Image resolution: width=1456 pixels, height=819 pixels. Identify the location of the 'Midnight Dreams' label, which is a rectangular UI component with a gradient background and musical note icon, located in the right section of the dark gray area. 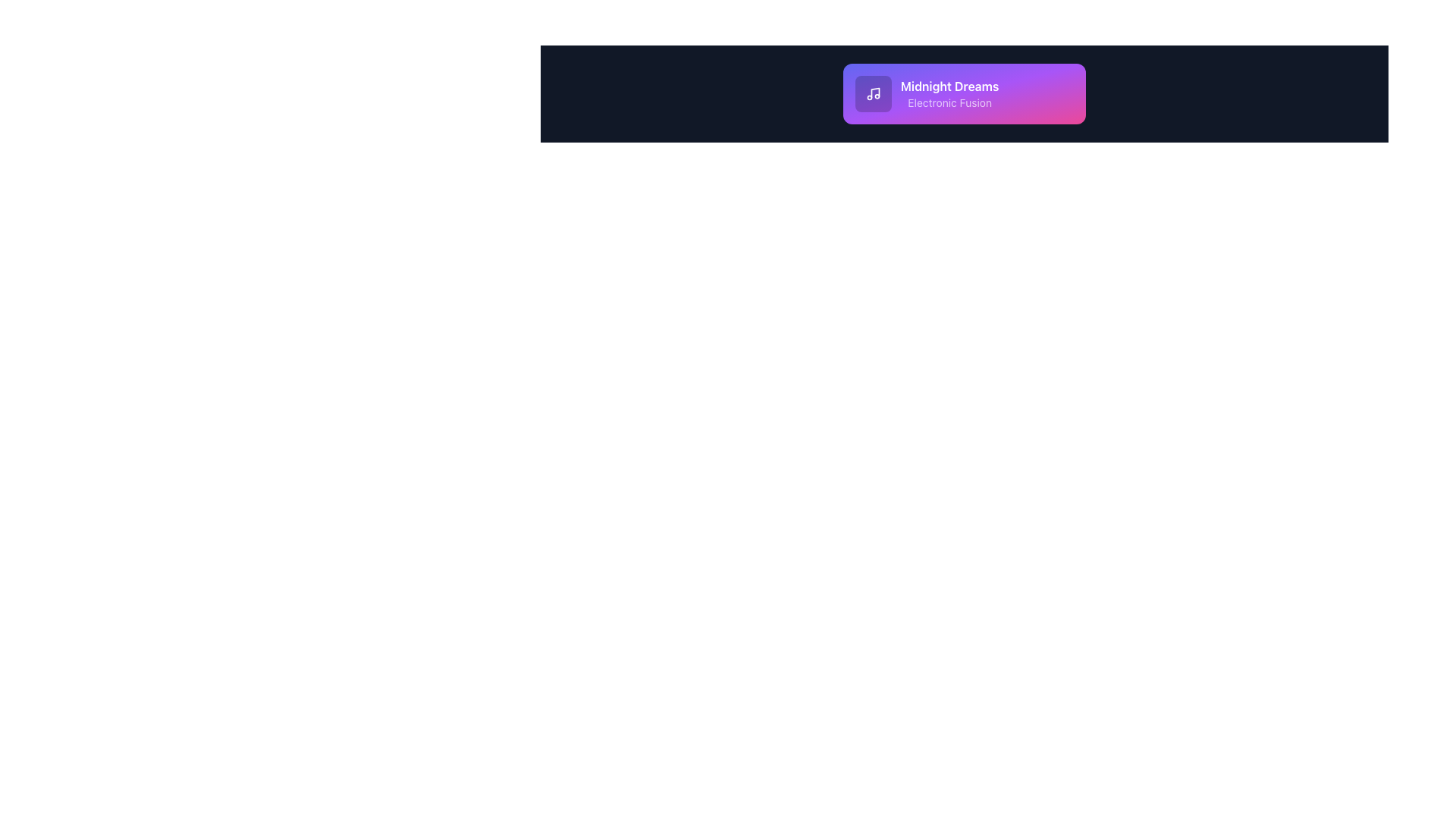
(964, 93).